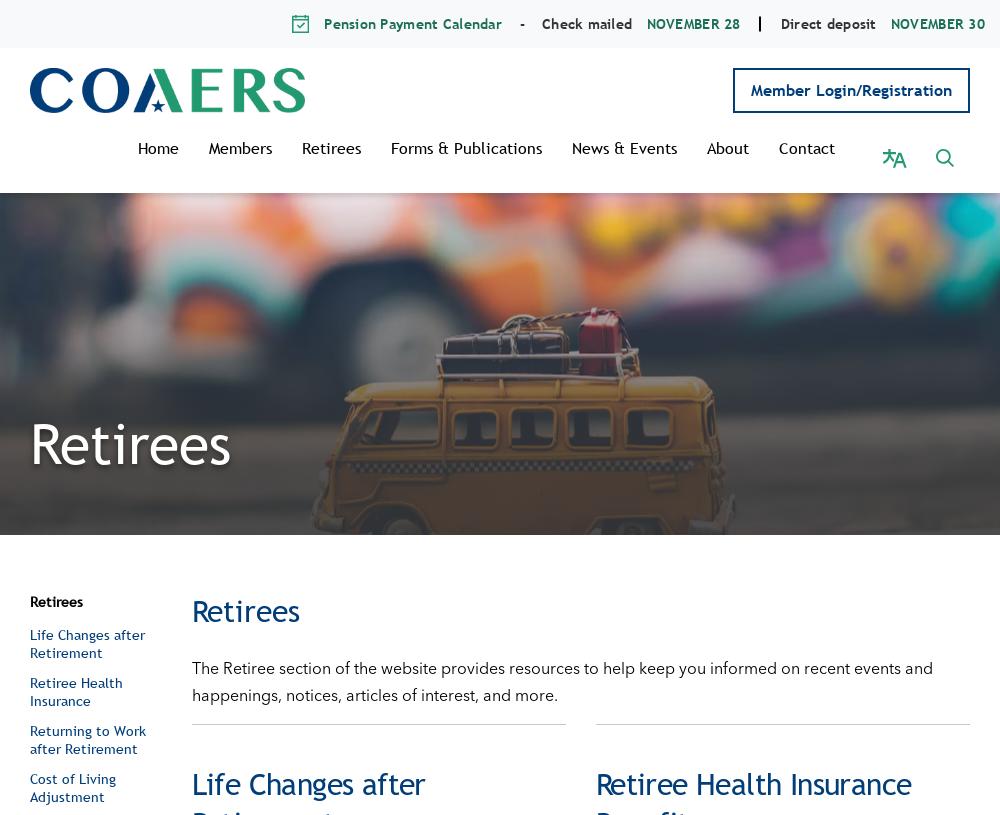 Image resolution: width=1000 pixels, height=815 pixels. I want to click on 'Life Changes after Retirement', so click(86, 622).